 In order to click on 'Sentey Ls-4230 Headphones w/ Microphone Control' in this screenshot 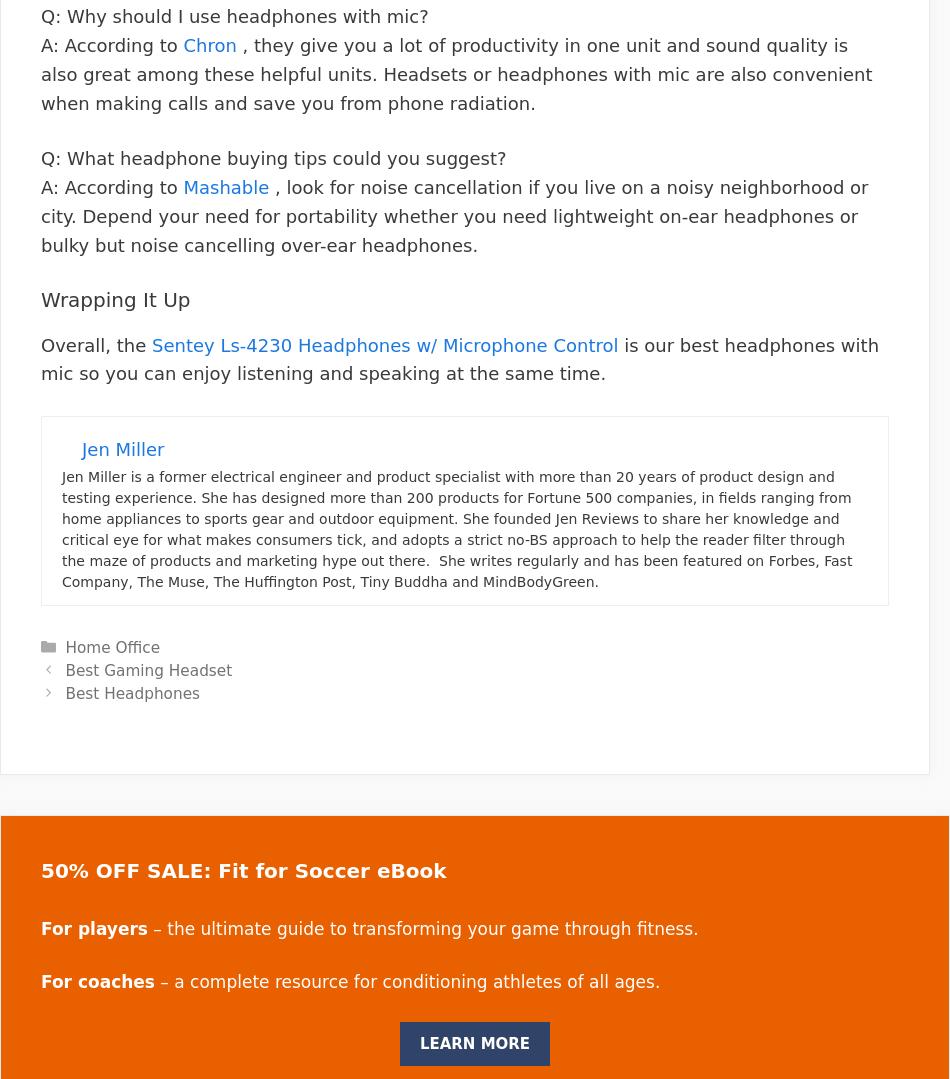, I will do `click(384, 344)`.